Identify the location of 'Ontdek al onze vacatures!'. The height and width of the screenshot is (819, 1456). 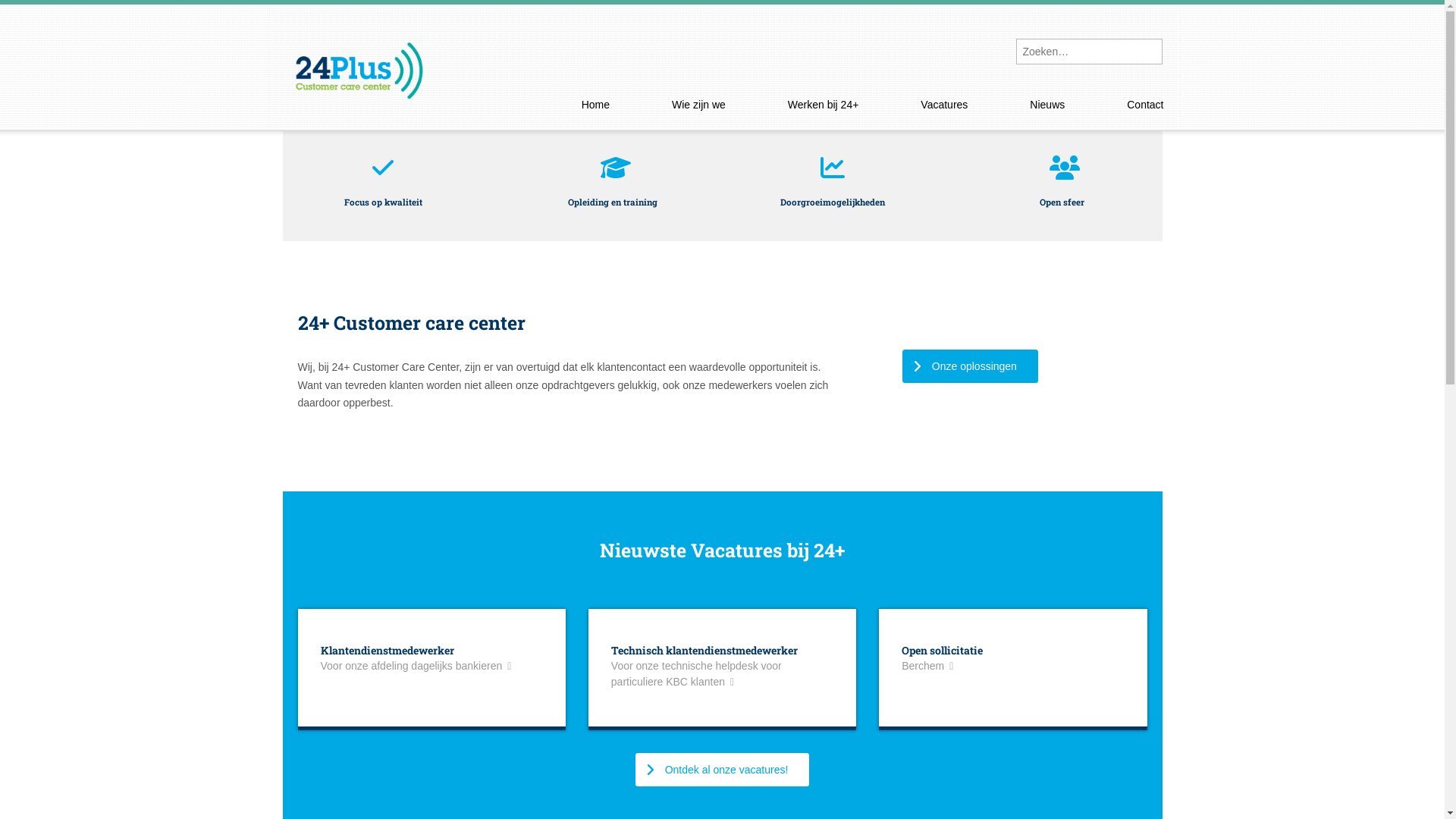
(635, 769).